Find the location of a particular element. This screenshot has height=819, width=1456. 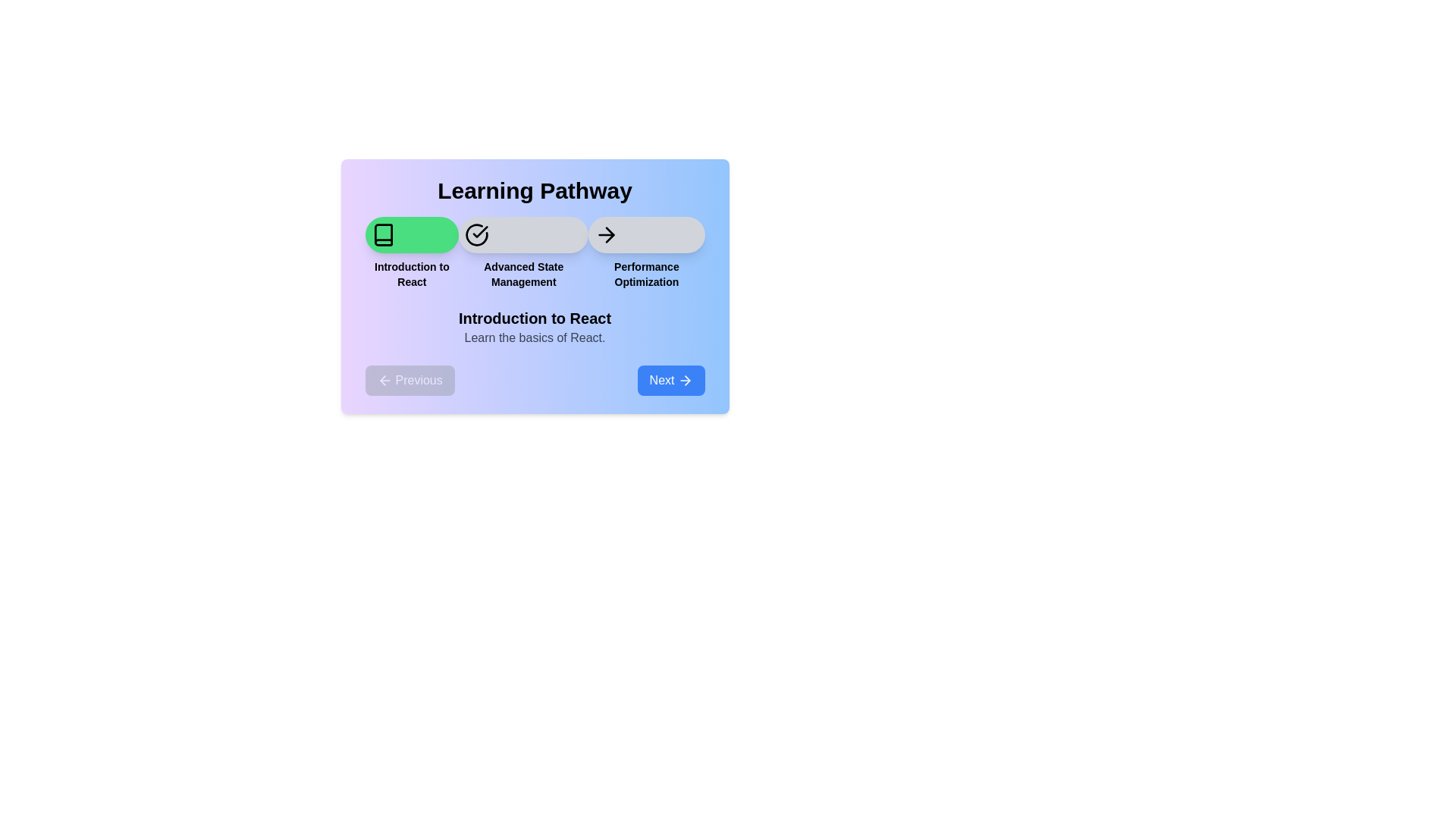

the step icon corresponding to Performance Optimization is located at coordinates (646, 234).